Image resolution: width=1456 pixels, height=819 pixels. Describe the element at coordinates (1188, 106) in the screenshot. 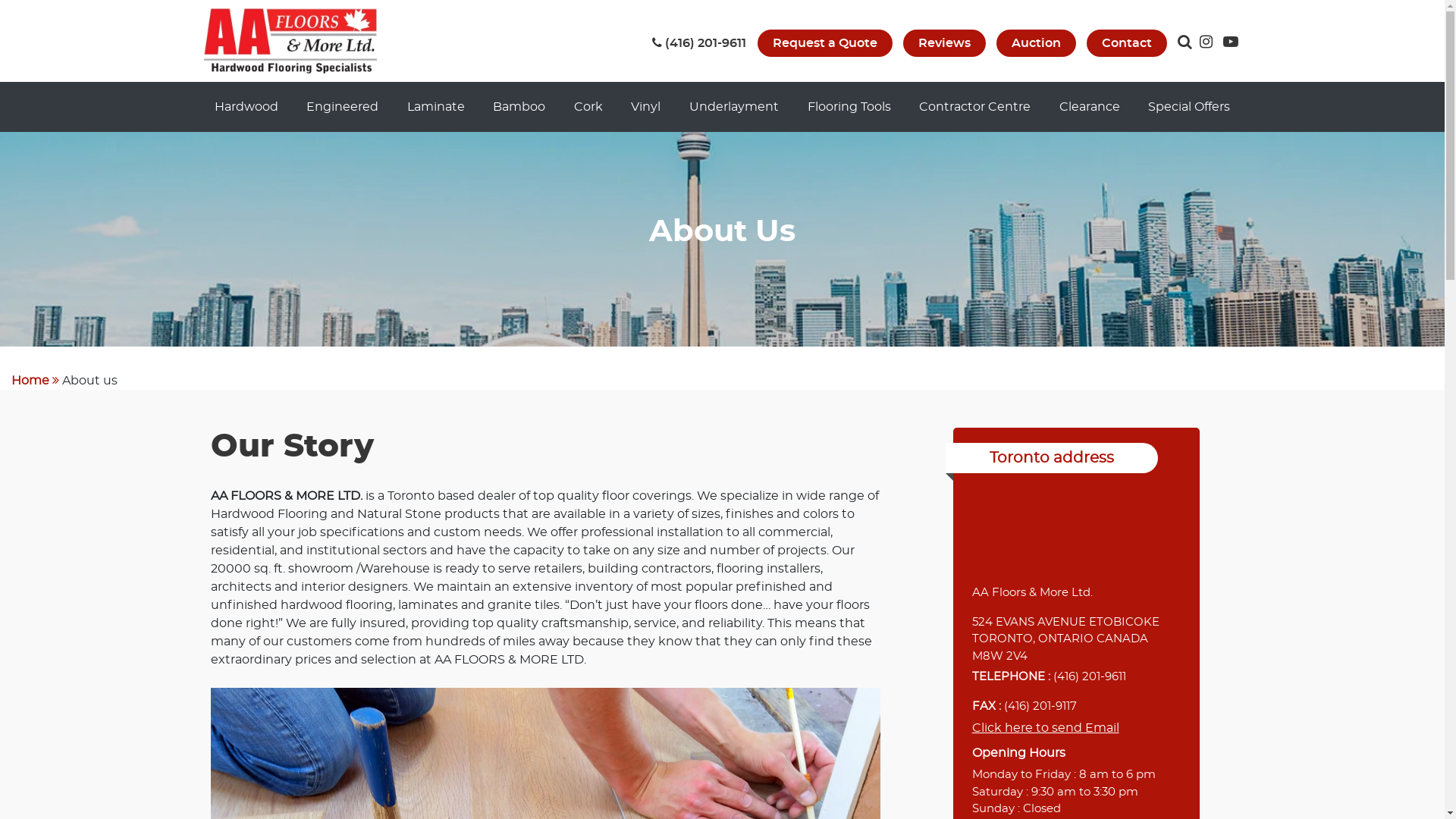

I see `'Special Offers'` at that location.